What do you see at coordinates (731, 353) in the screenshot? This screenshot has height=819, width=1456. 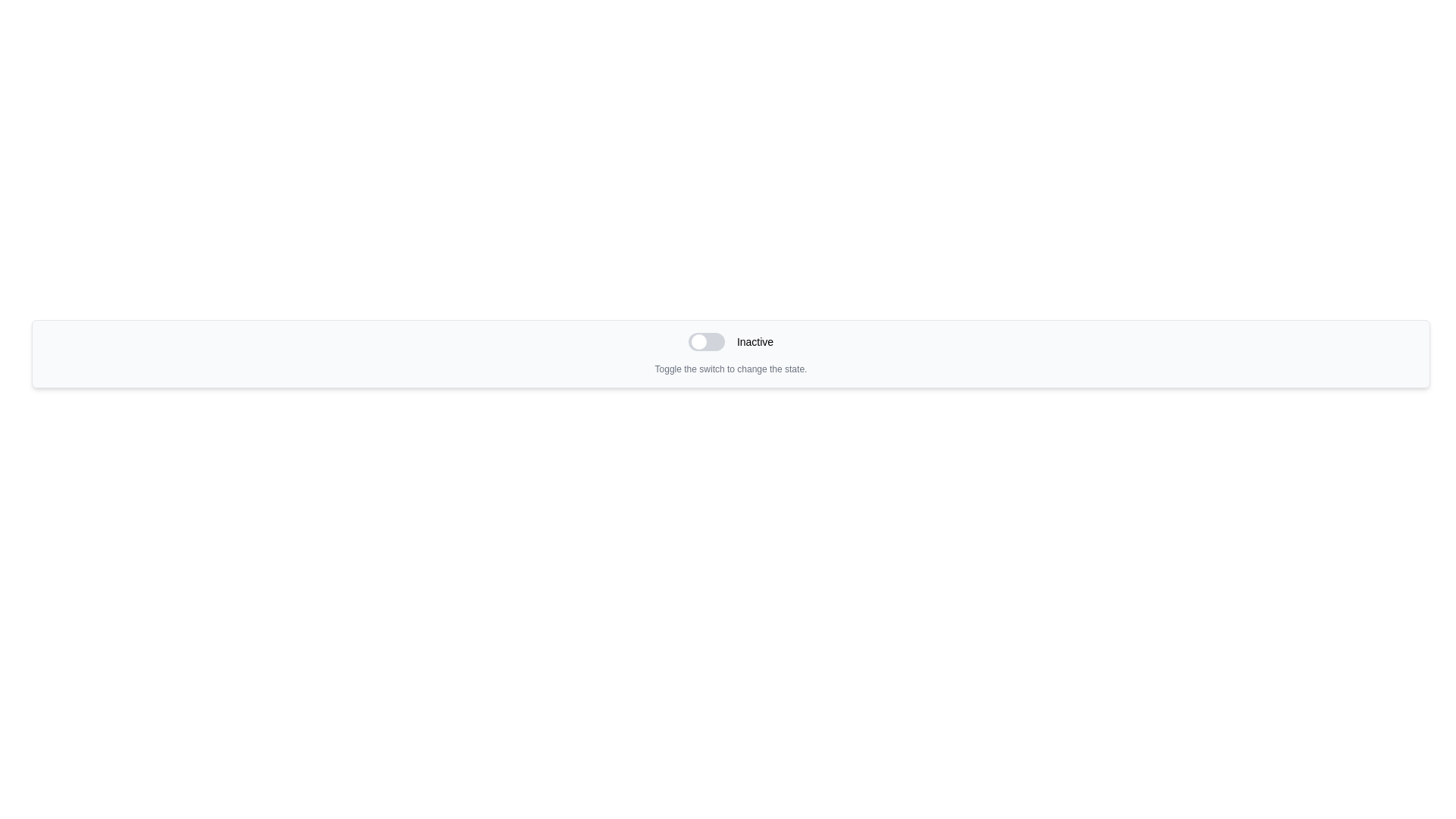 I see `instructions displayed below the Toggle switch labeled 'Toggle the switch to change the state.'` at bounding box center [731, 353].